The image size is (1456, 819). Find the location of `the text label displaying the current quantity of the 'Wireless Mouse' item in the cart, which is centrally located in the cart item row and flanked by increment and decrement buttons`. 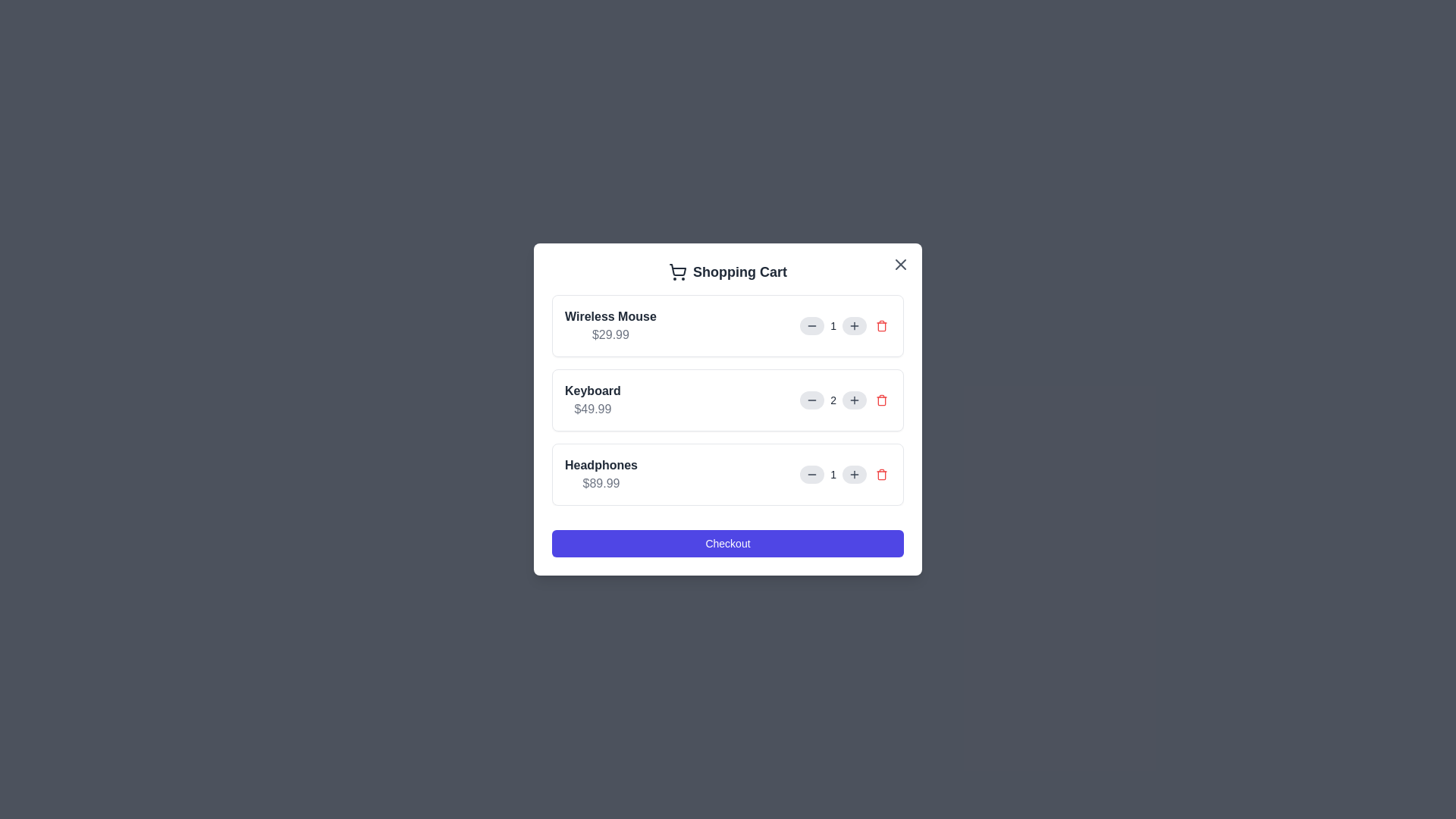

the text label displaying the current quantity of the 'Wireless Mouse' item in the cart, which is centrally located in the cart item row and flanked by increment and decrement buttons is located at coordinates (845, 325).